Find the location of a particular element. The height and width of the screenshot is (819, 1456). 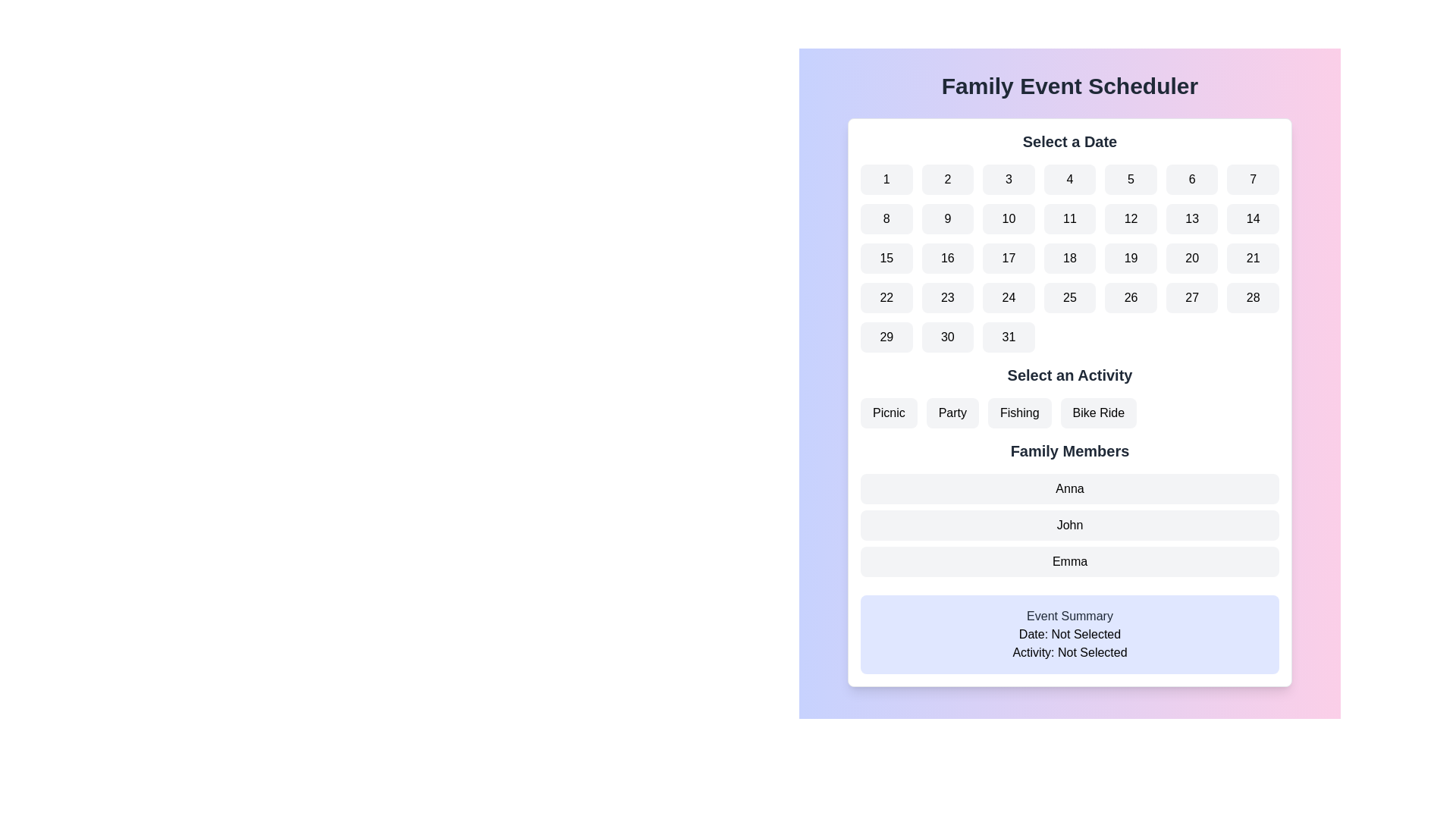

the button labeled '5' with rounded corners and a light gray background, located in the first row, fifth column under the 'Select a Date' heading is located at coordinates (1131, 178).